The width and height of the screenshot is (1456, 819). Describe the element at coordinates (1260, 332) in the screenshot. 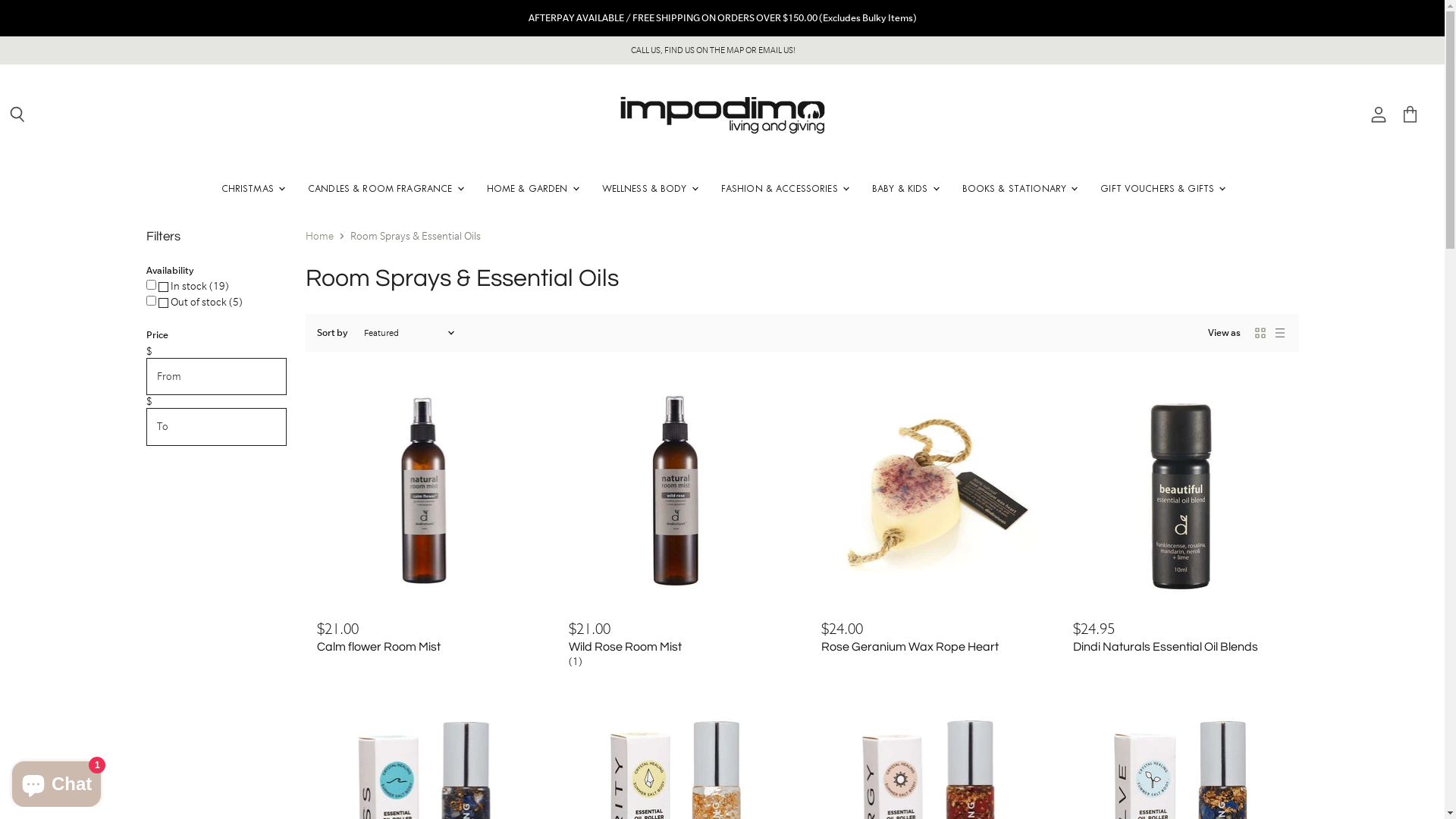

I see `'Grid icon'` at that location.